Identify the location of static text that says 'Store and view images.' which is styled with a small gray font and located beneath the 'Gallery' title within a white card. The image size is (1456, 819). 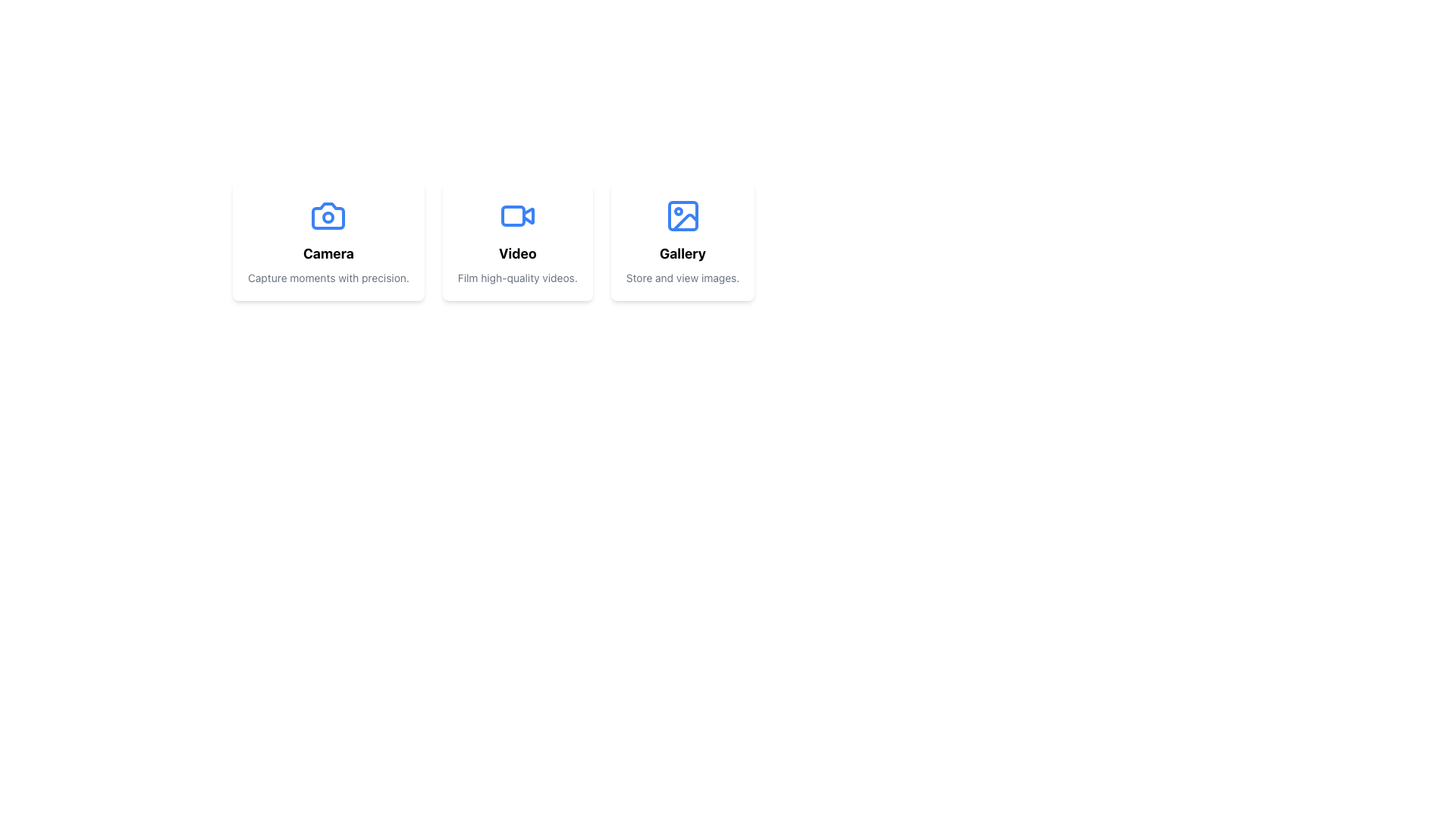
(682, 278).